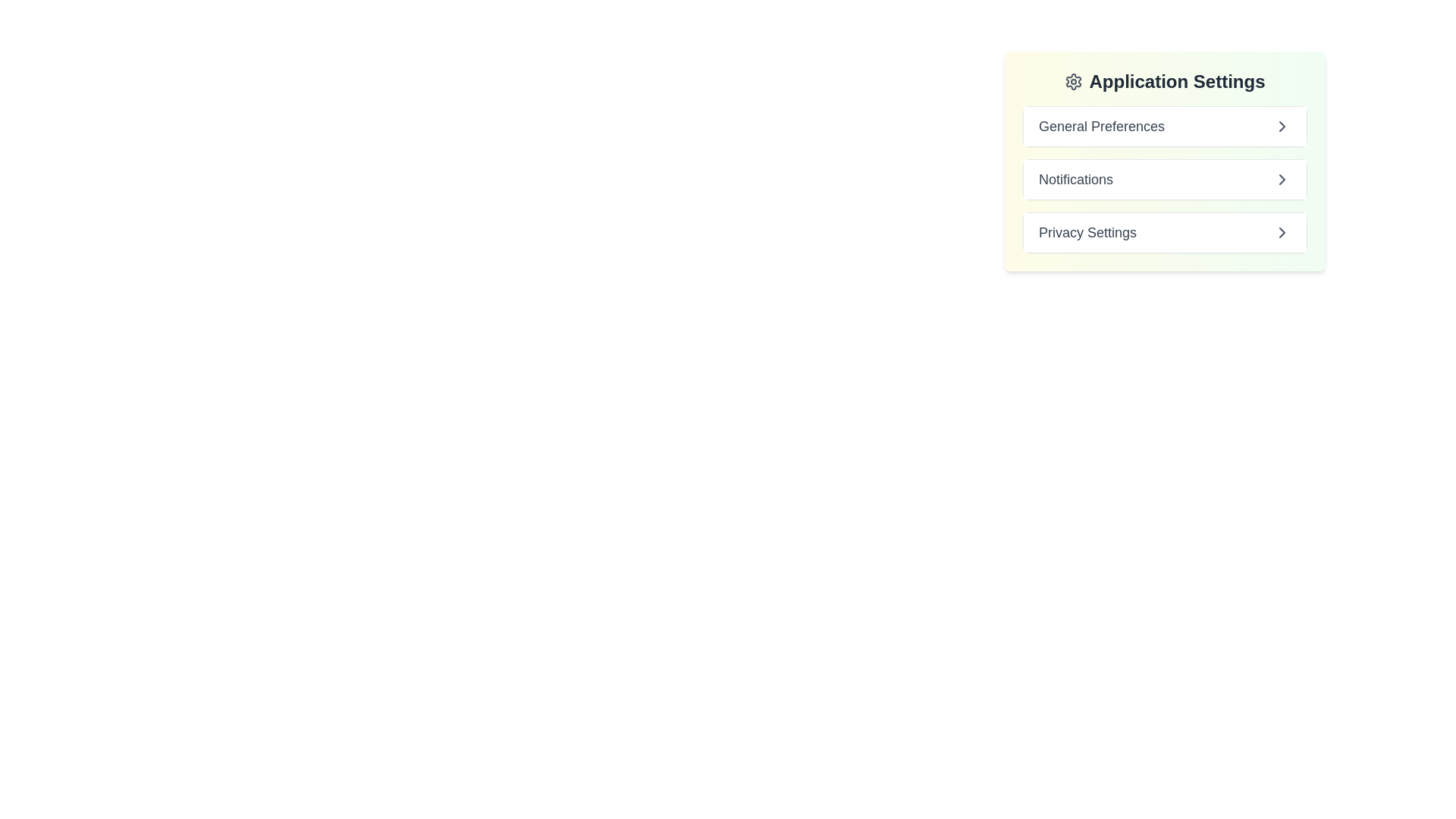 The height and width of the screenshot is (819, 1456). What do you see at coordinates (1164, 178) in the screenshot?
I see `the 'Notifications' button, which is the second item in the list under 'Application Settings', styled with a white background and a chevron arrow on the right` at bounding box center [1164, 178].